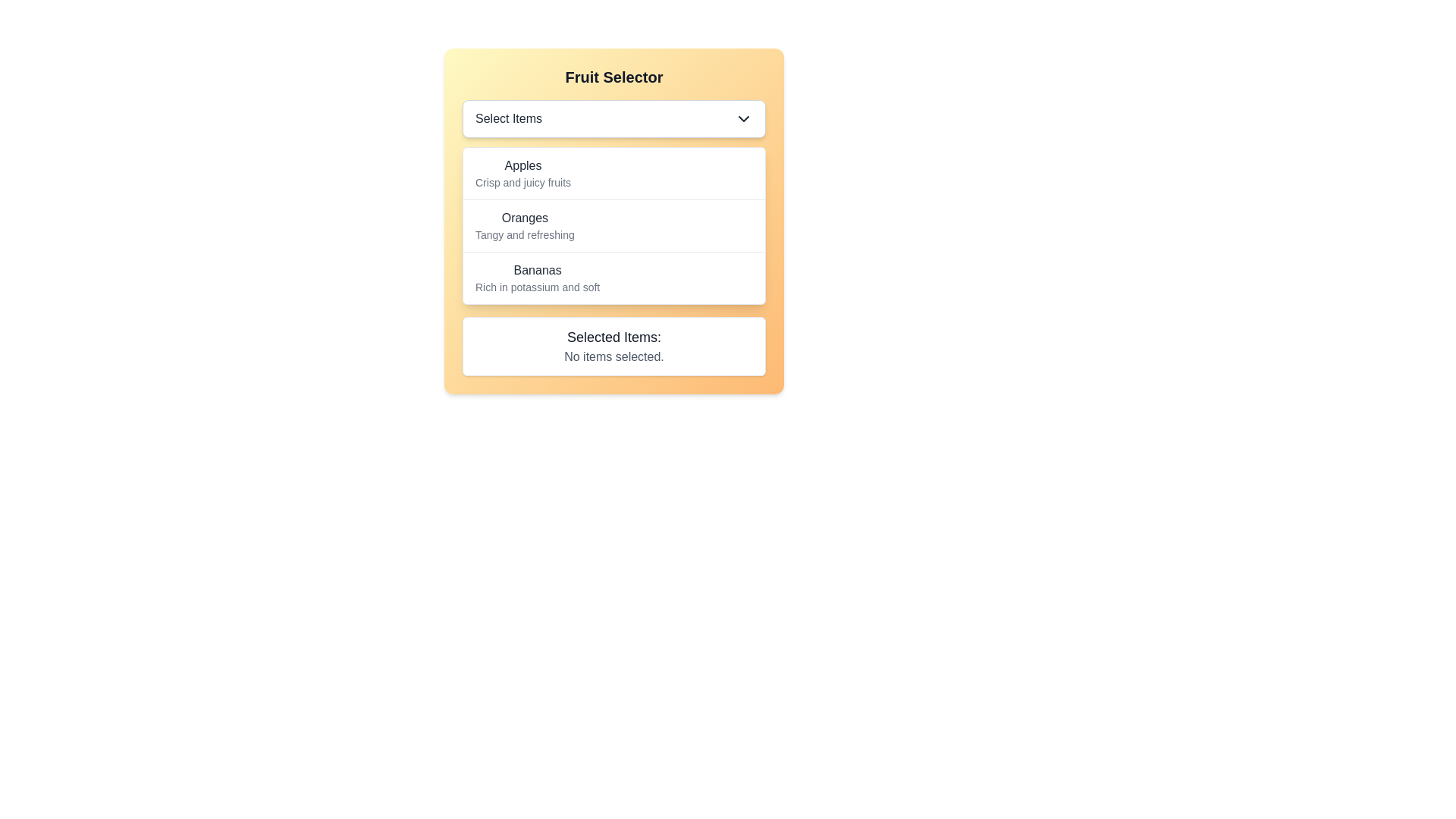  I want to click on the 'Select Items' dropdown trigger button, so click(614, 118).